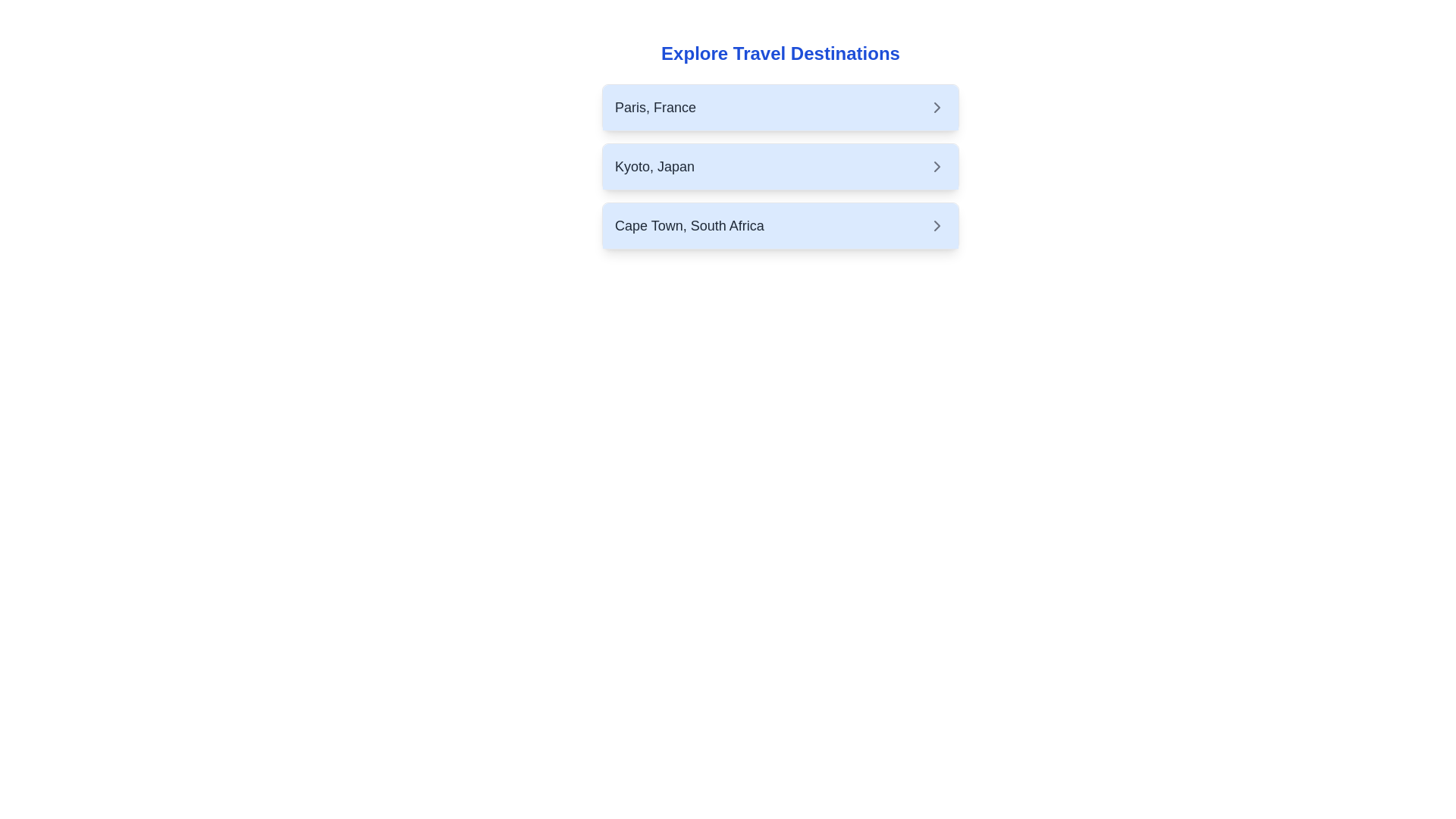 The image size is (1456, 819). Describe the element at coordinates (780, 166) in the screenshot. I see `the button` at that location.